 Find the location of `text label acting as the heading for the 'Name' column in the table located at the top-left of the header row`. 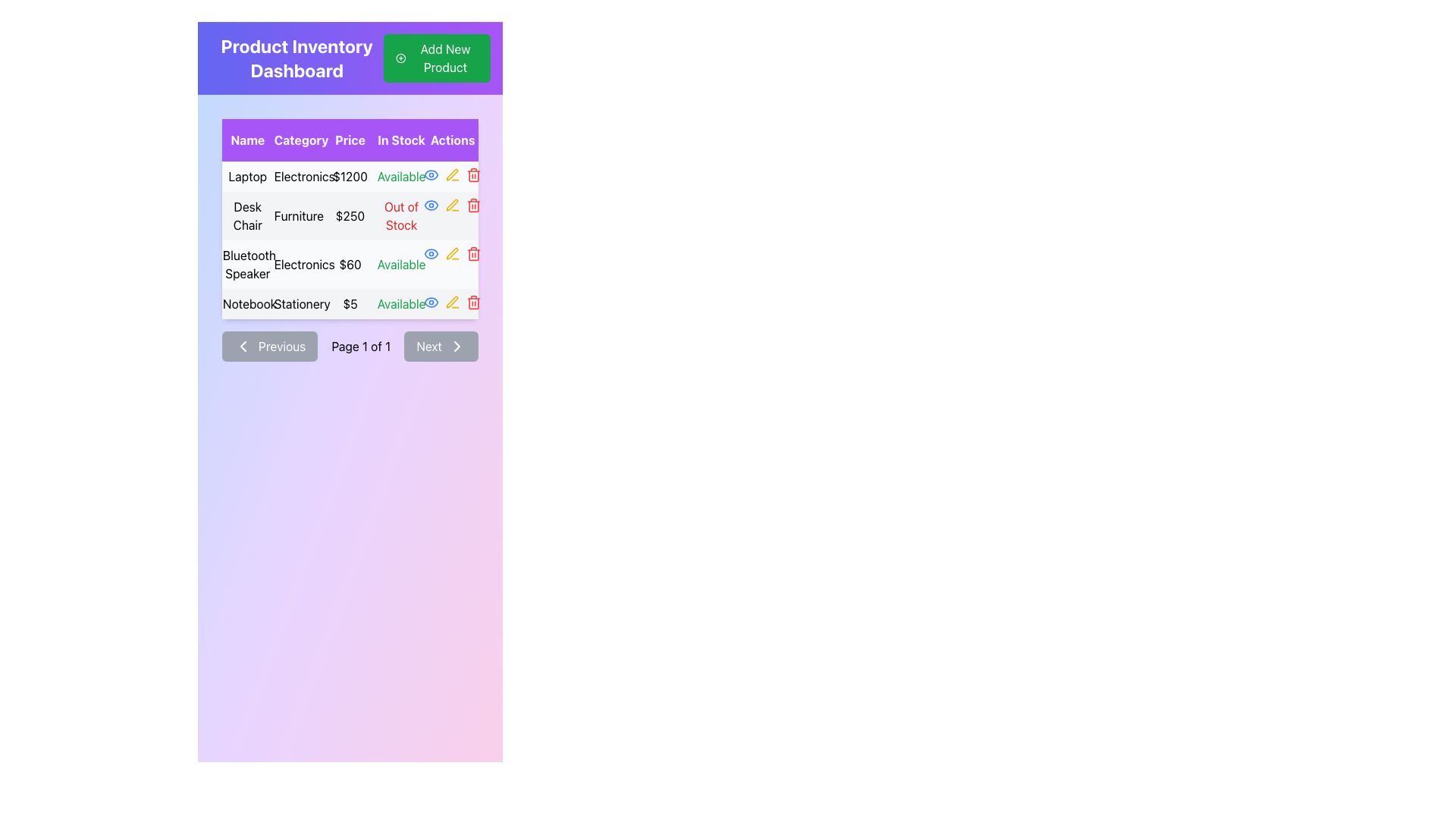

text label acting as the heading for the 'Name' column in the table located at the top-left of the header row is located at coordinates (247, 140).